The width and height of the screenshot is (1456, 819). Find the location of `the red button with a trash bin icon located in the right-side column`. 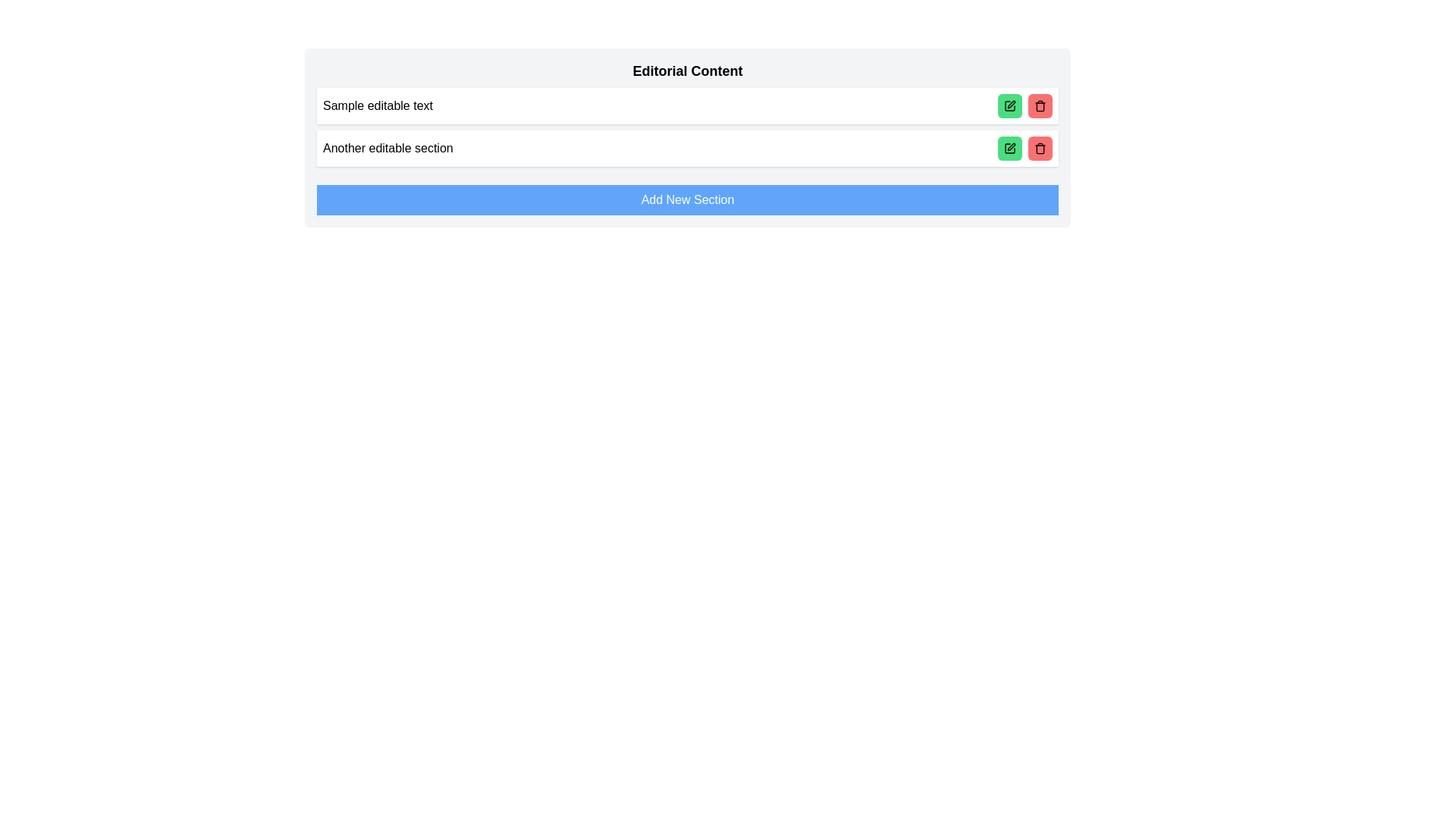

the red button with a trash bin icon located in the right-side column is located at coordinates (1040, 105).